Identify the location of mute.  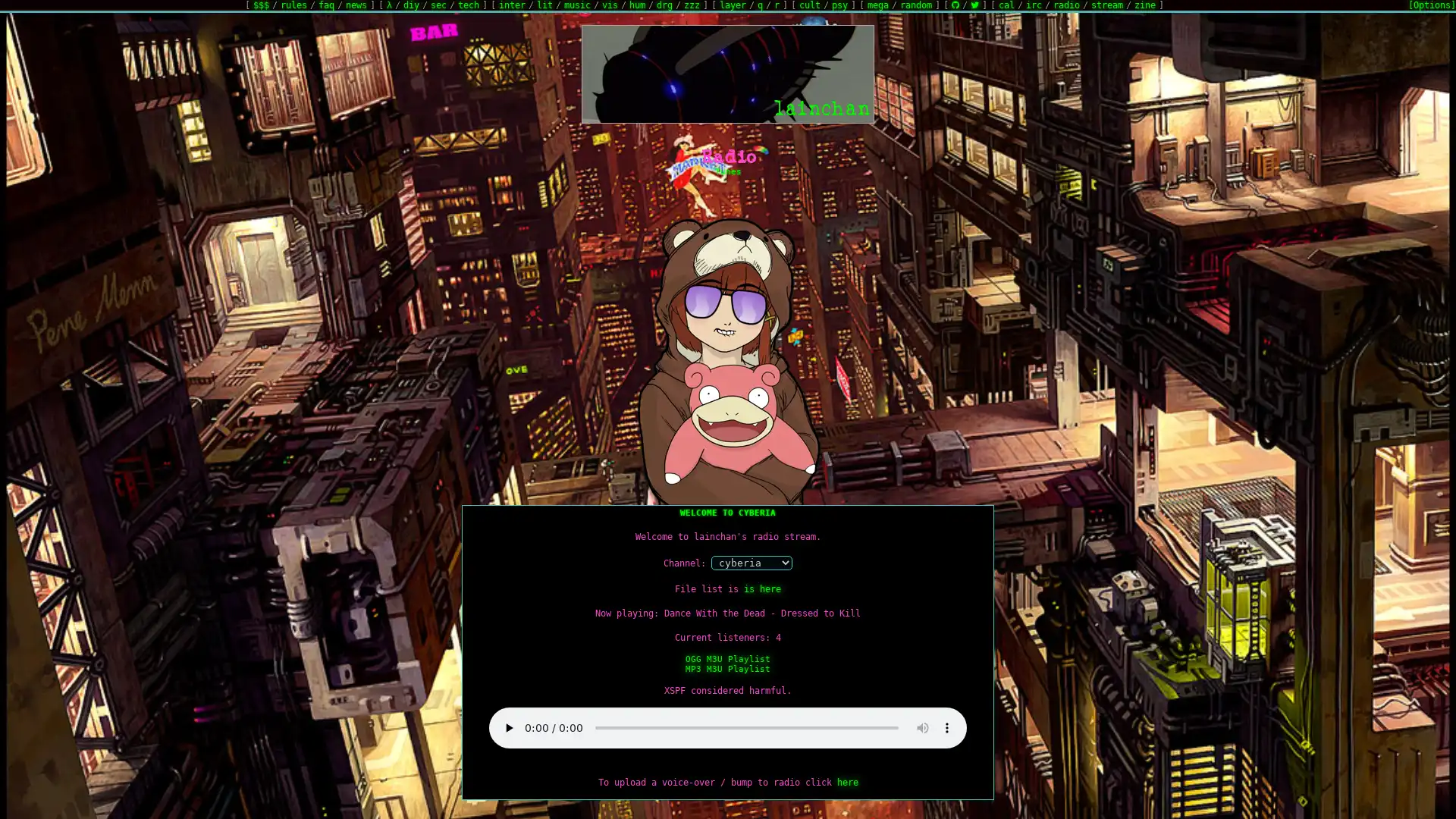
(922, 727).